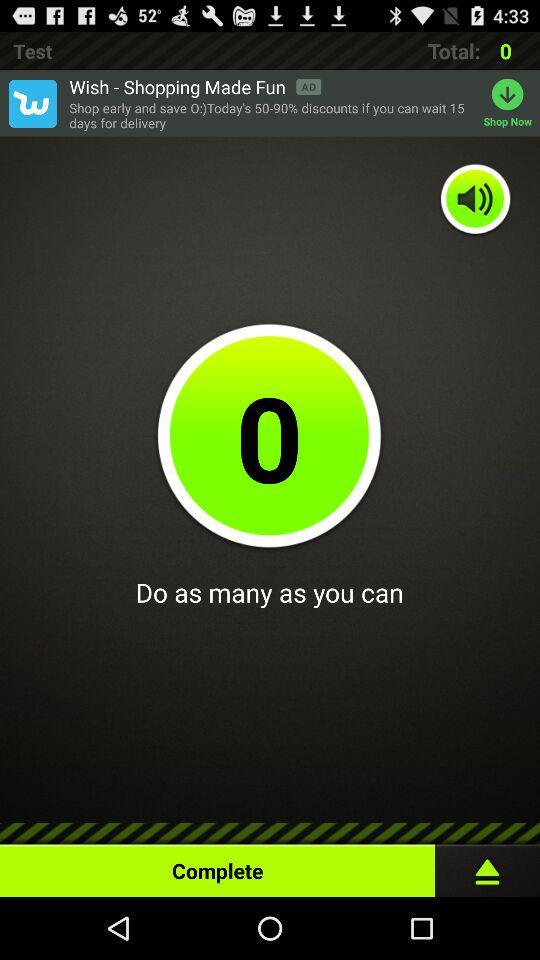 This screenshot has width=540, height=960. What do you see at coordinates (31, 103) in the screenshot?
I see `open advert` at bounding box center [31, 103].